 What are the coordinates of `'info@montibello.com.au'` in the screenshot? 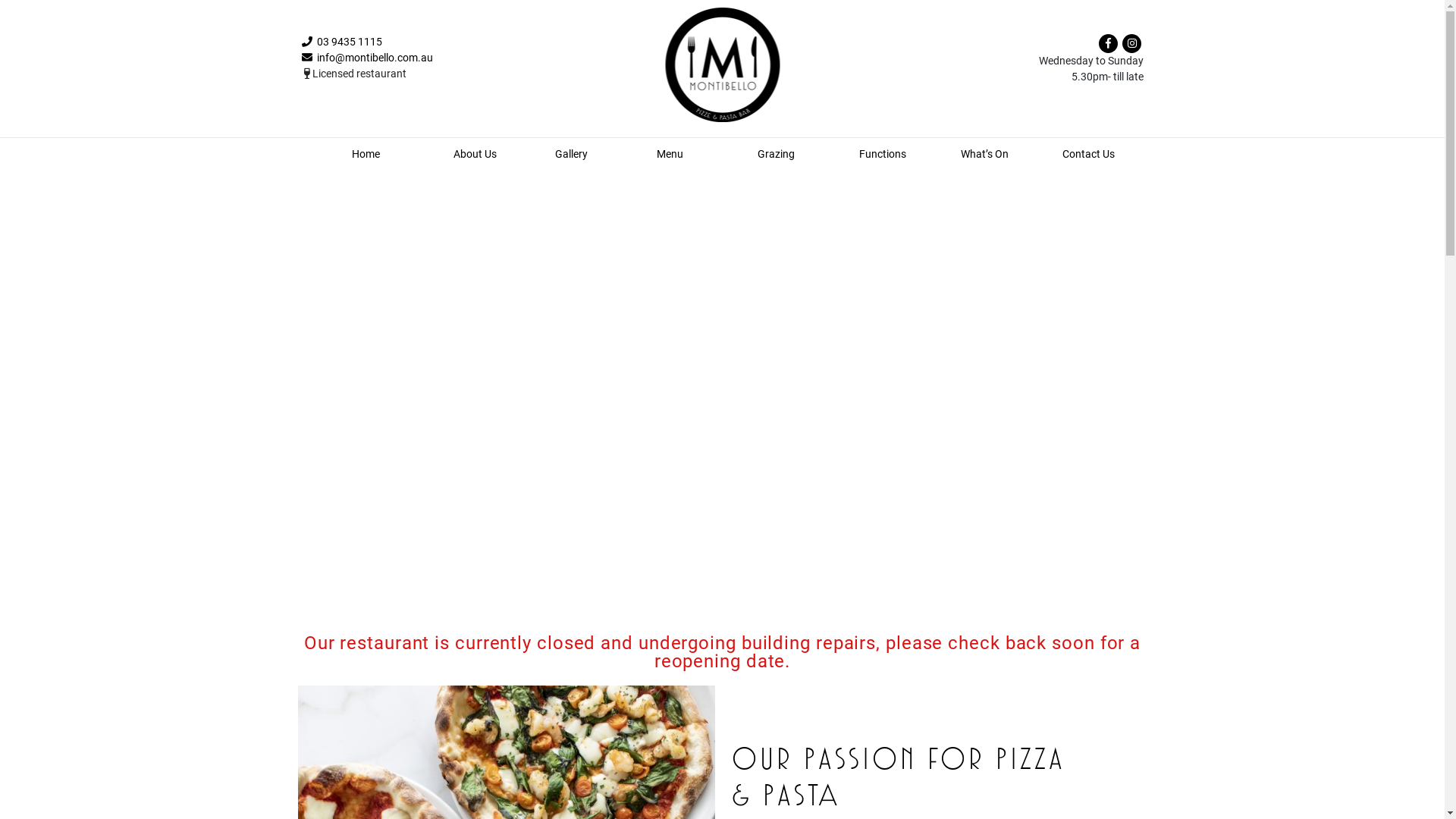 It's located at (302, 57).